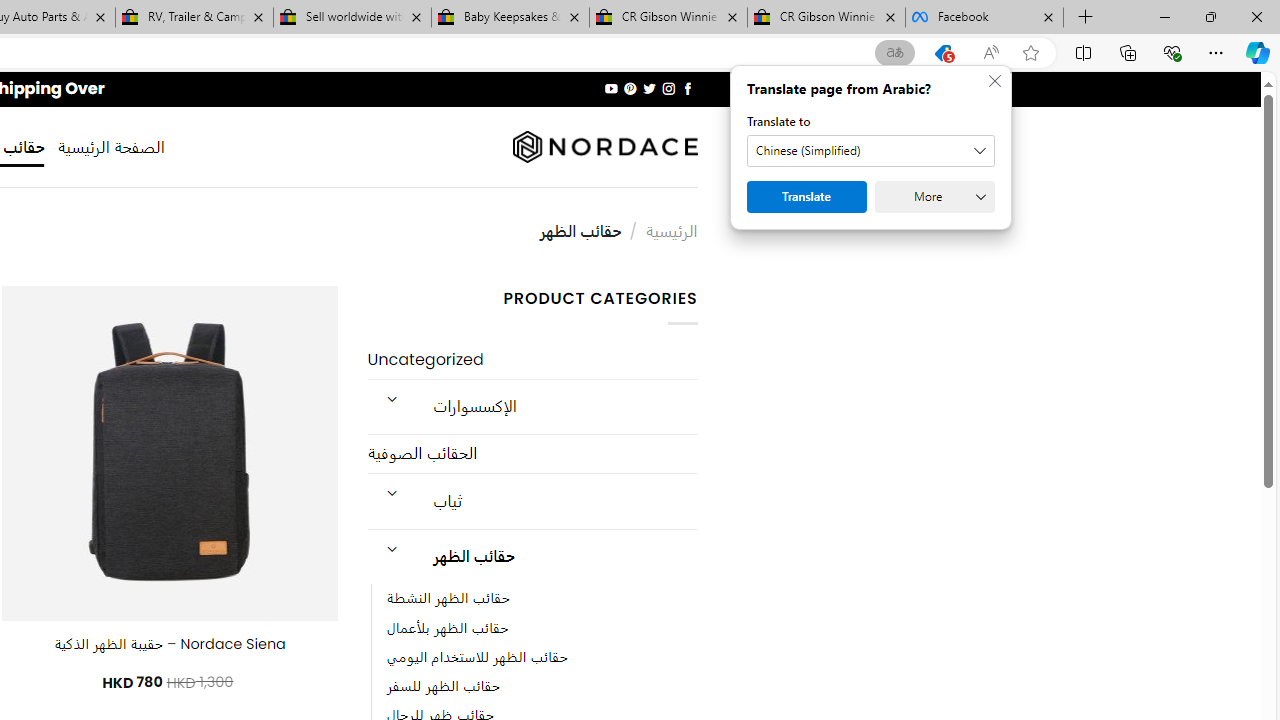 The width and height of the screenshot is (1280, 720). Describe the element at coordinates (610, 88) in the screenshot. I see `'Follow on YouTube'` at that location.